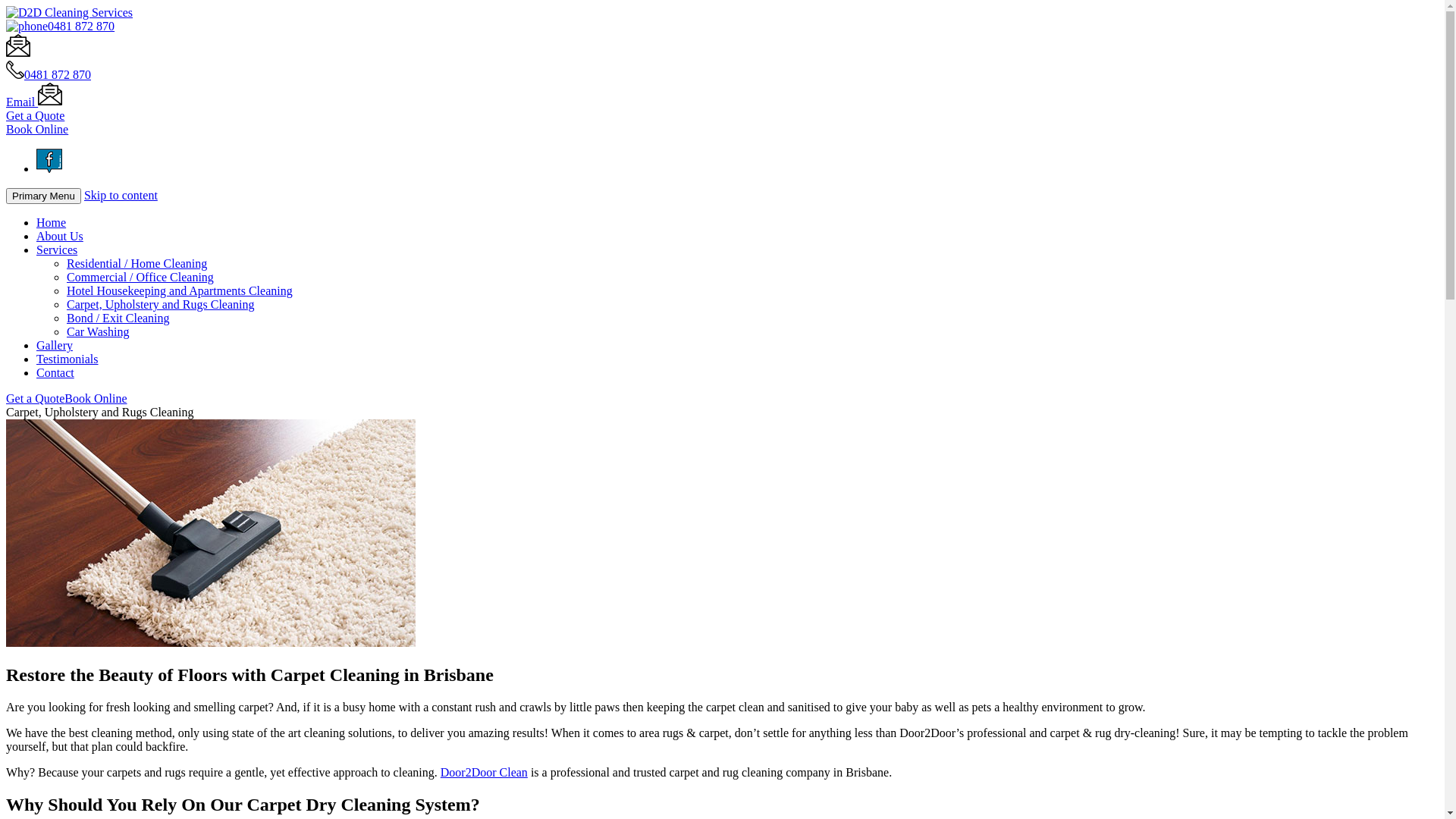 The width and height of the screenshot is (1456, 819). I want to click on 'Email', so click(33, 102).